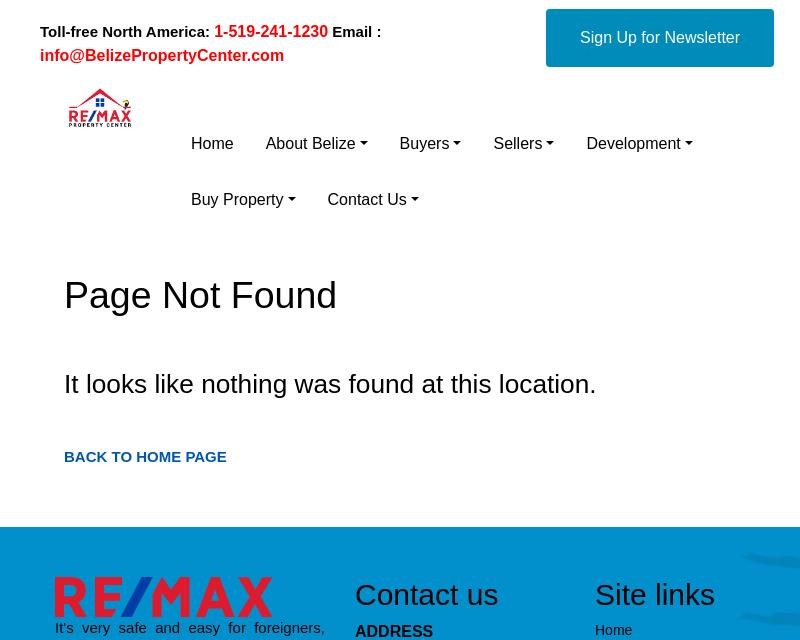 This screenshot has height=640, width=800. Describe the element at coordinates (236, 199) in the screenshot. I see `'Buy Property'` at that location.